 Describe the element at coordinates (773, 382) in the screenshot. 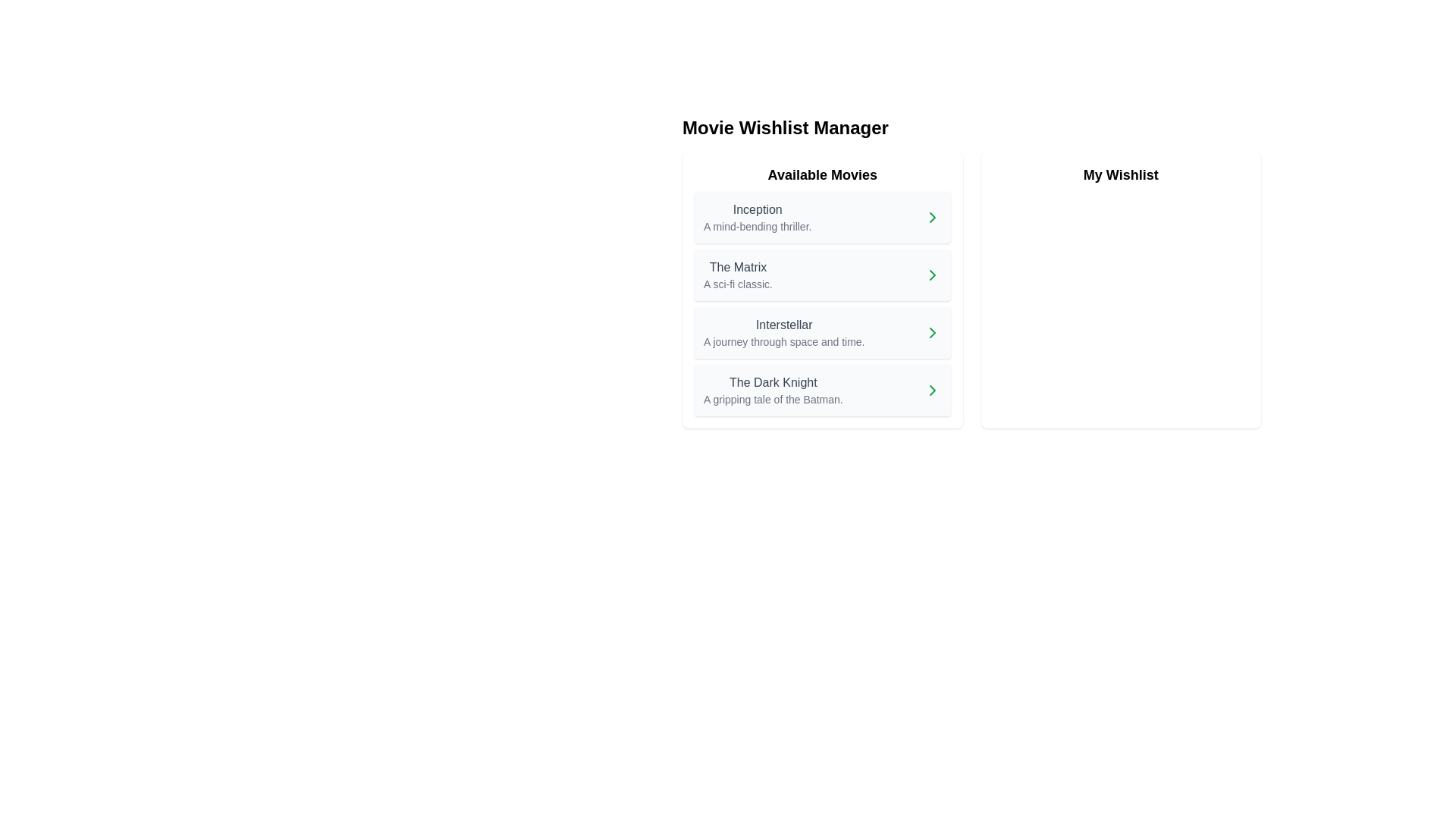

I see `the text label 'The Dark Knight' which is the first item in the list of movie titles under 'Available Movies'` at that location.